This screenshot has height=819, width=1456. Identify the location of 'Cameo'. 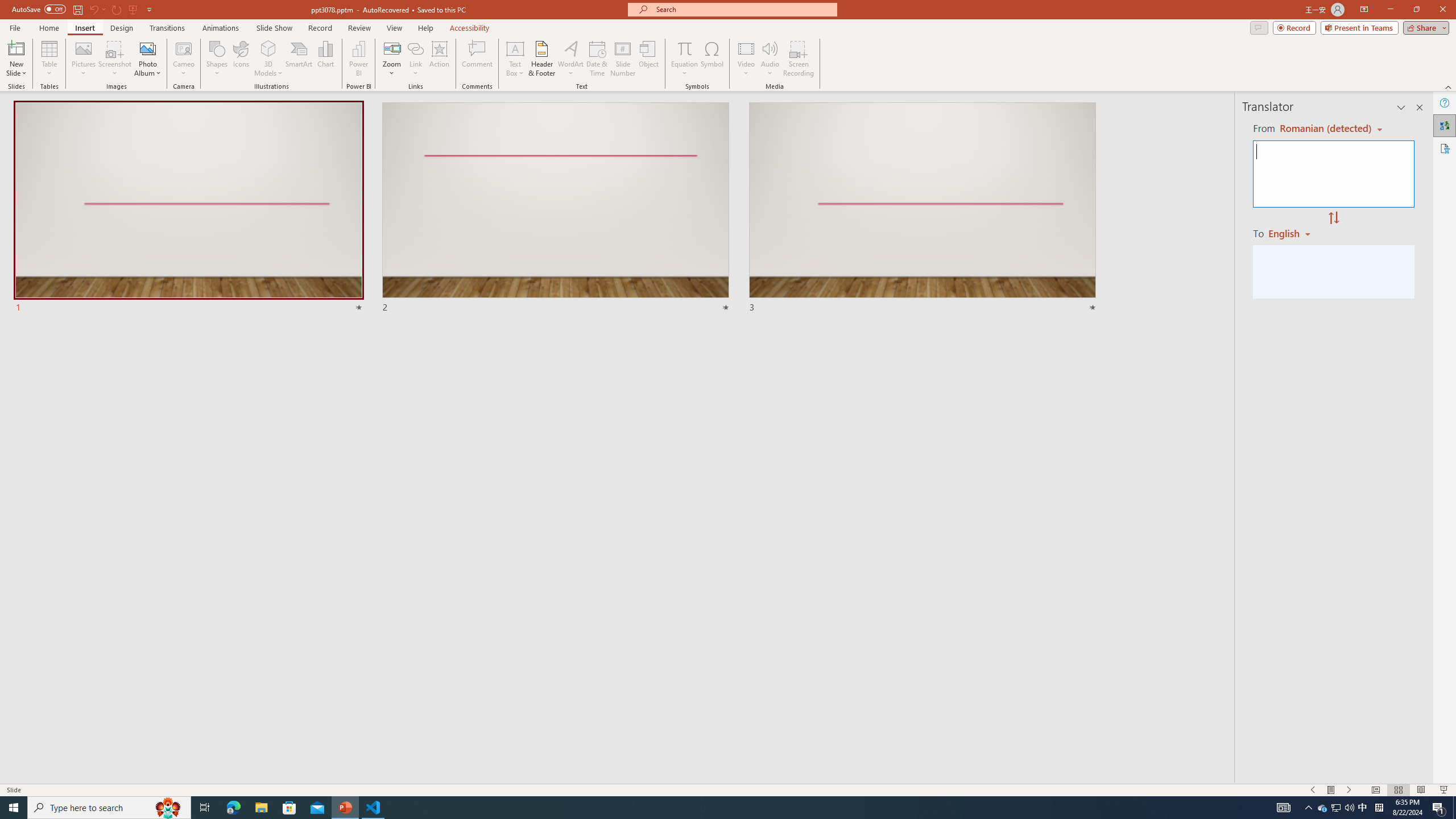
(183, 48).